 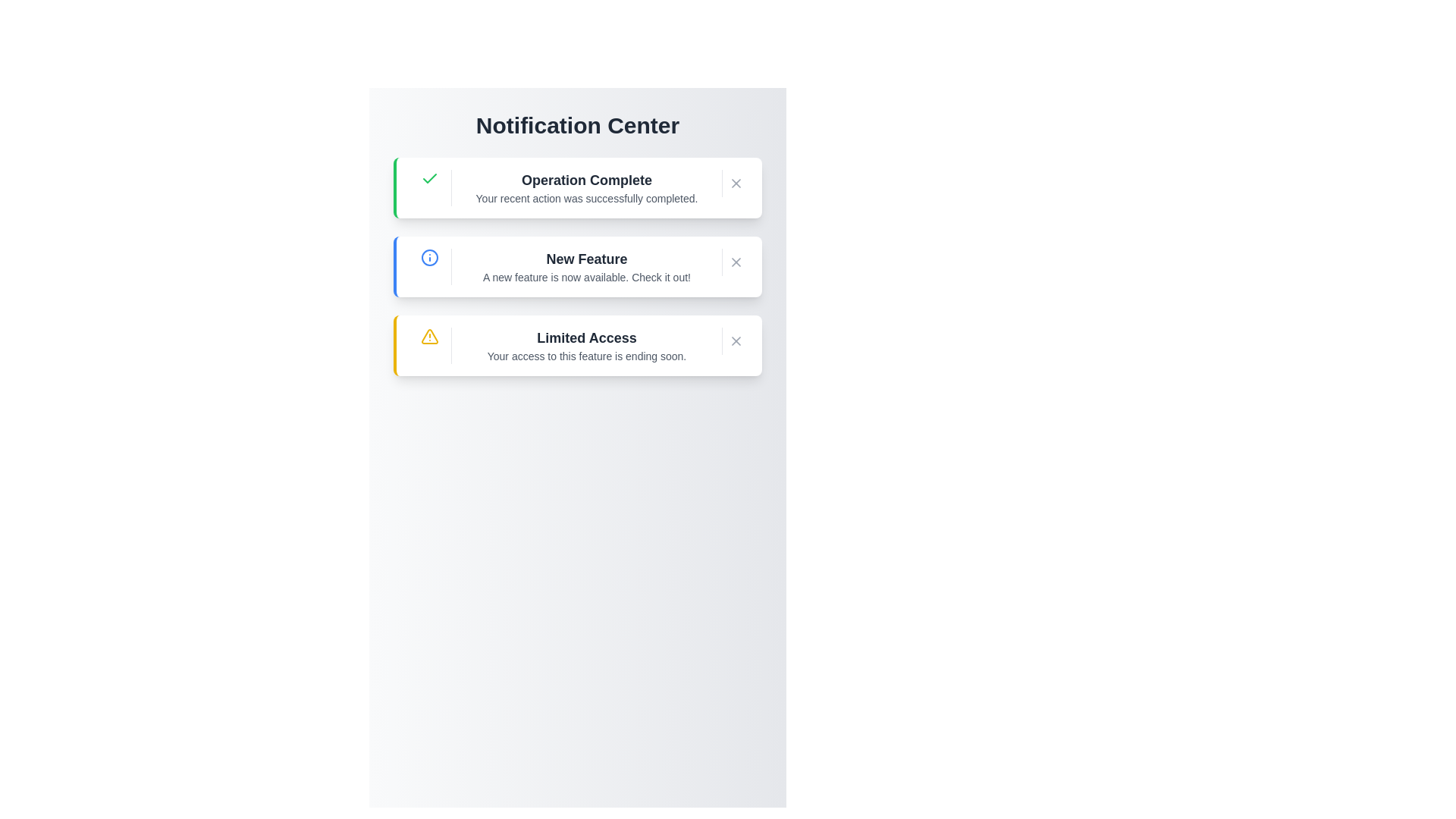 I want to click on text content of the bold and large 'Limited Access' text block located in the third row of the Notification Center, so click(x=585, y=337).